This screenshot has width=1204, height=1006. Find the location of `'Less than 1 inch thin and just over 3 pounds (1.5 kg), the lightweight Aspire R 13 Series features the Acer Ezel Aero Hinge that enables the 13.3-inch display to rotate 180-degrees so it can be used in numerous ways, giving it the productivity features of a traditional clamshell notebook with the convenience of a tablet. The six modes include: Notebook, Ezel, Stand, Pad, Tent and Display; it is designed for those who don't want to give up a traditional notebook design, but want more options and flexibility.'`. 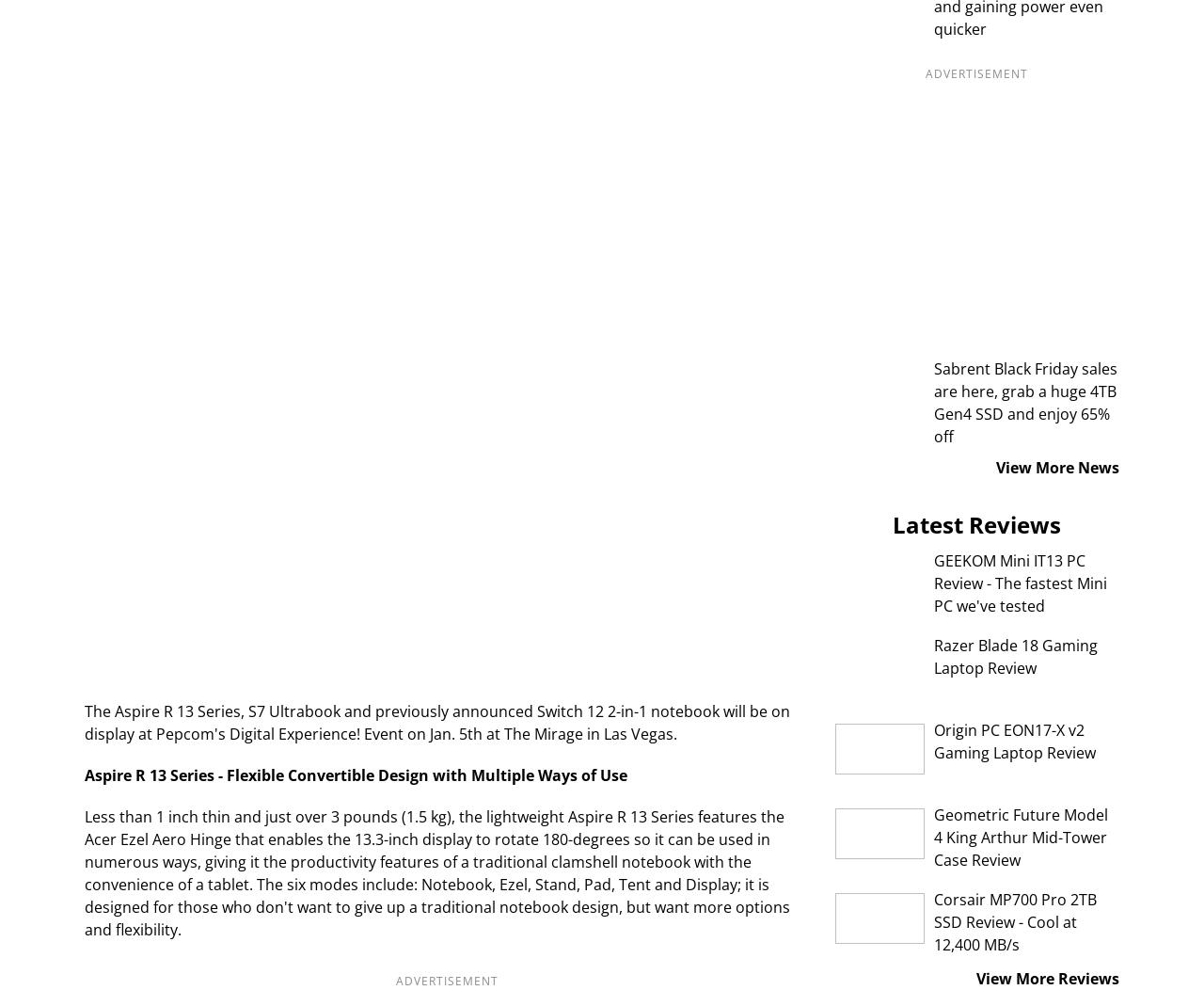

'Less than 1 inch thin and just over 3 pounds (1.5 kg), the lightweight Aspire R 13 Series features the Acer Ezel Aero Hinge that enables the 13.3-inch display to rotate 180-degrees so it can be used in numerous ways, giving it the productivity features of a traditional clamshell notebook with the convenience of a tablet. The six modes include: Notebook, Ezel, Stand, Pad, Tent and Display; it is designed for those who don't want to give up a traditional notebook design, but want more options and flexibility.' is located at coordinates (436, 871).